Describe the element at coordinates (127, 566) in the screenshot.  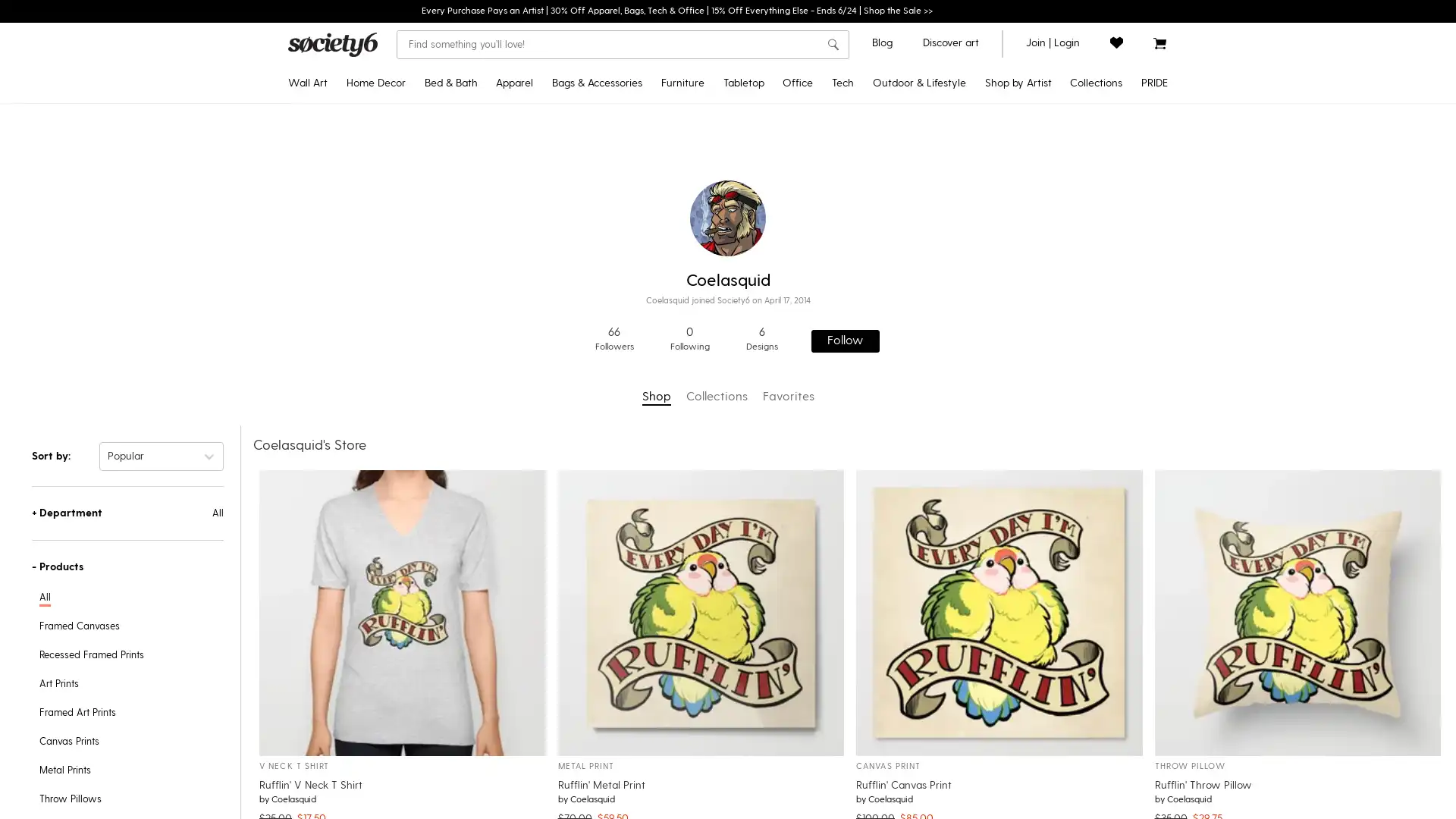
I see `-Products` at that location.